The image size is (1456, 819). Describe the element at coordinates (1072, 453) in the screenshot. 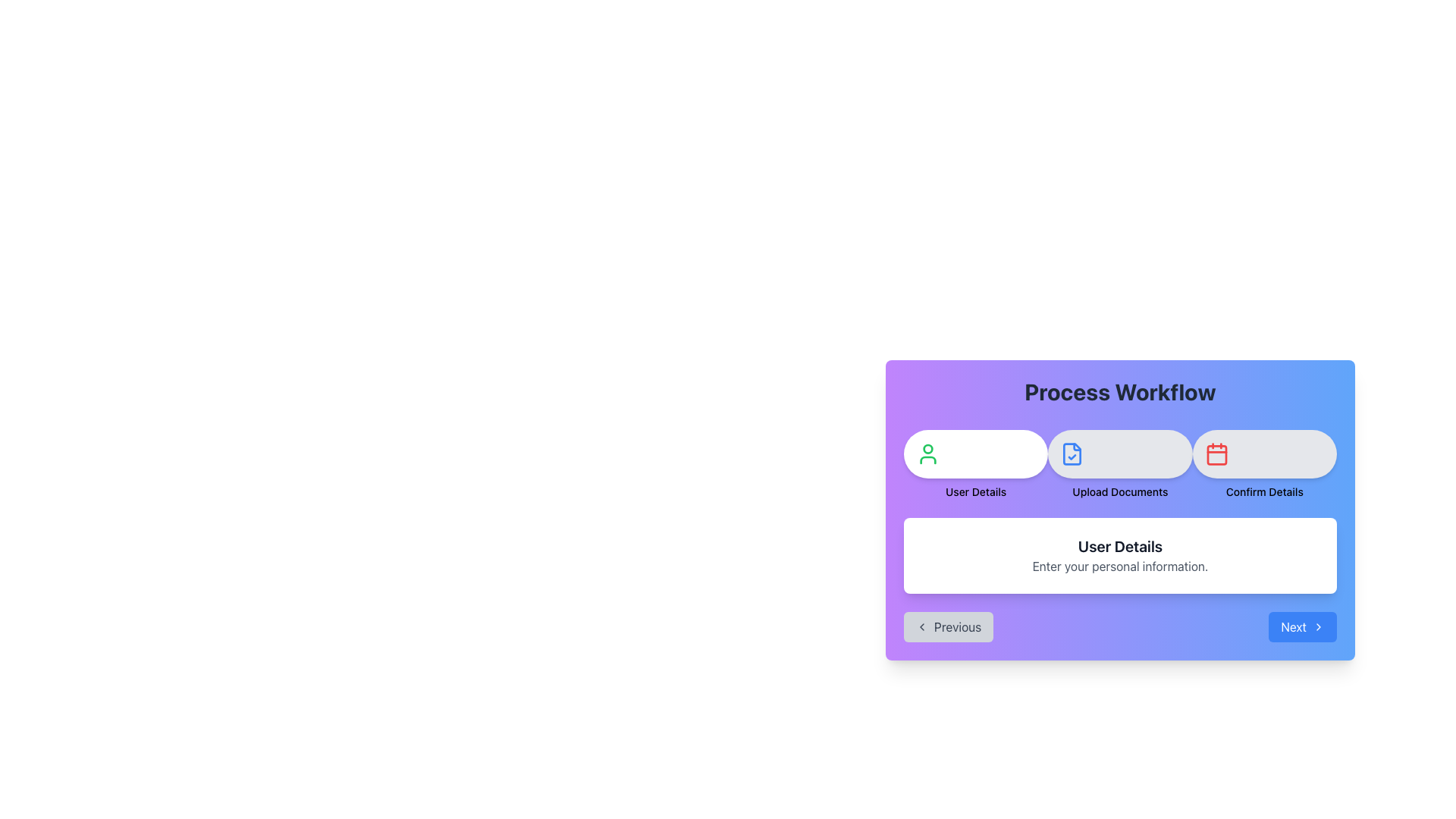

I see `the 'Upload Documents' step indicator icon located in the horizontal navigation bar at the top of the modal, positioned between 'User Details' and 'Confirm Details'` at that location.